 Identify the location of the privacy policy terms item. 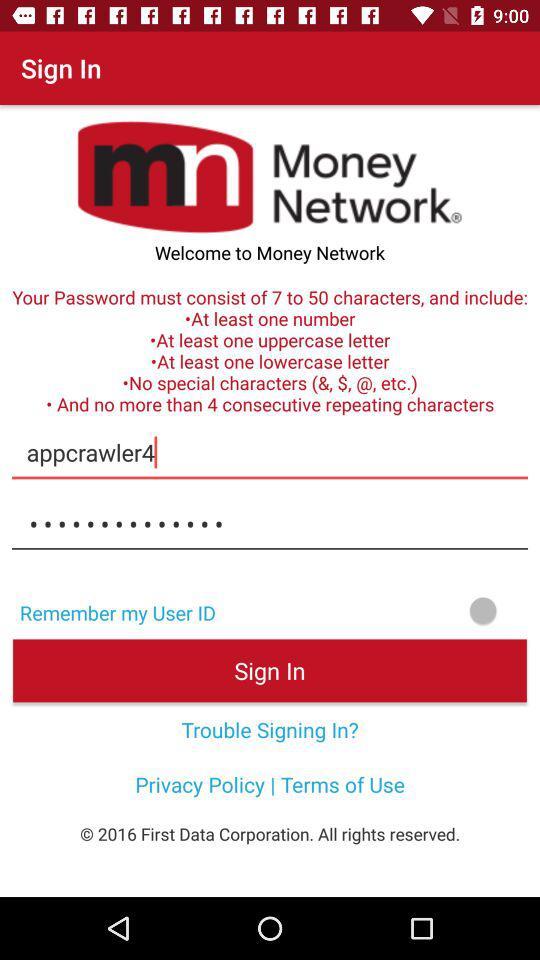
(270, 784).